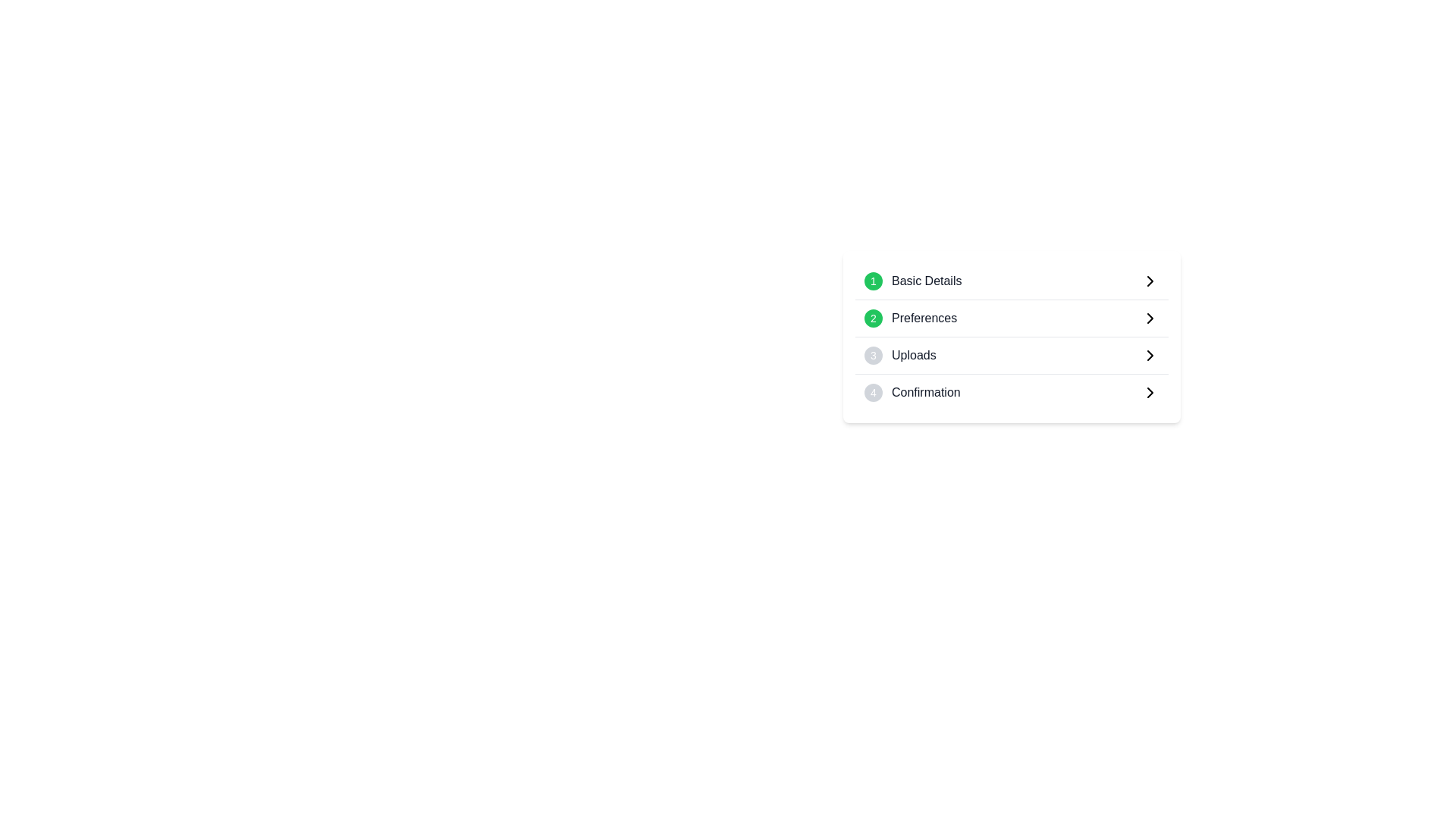  I want to click on the second step indicator marking the 'Preferences' step in the multi-step process interface, so click(874, 318).